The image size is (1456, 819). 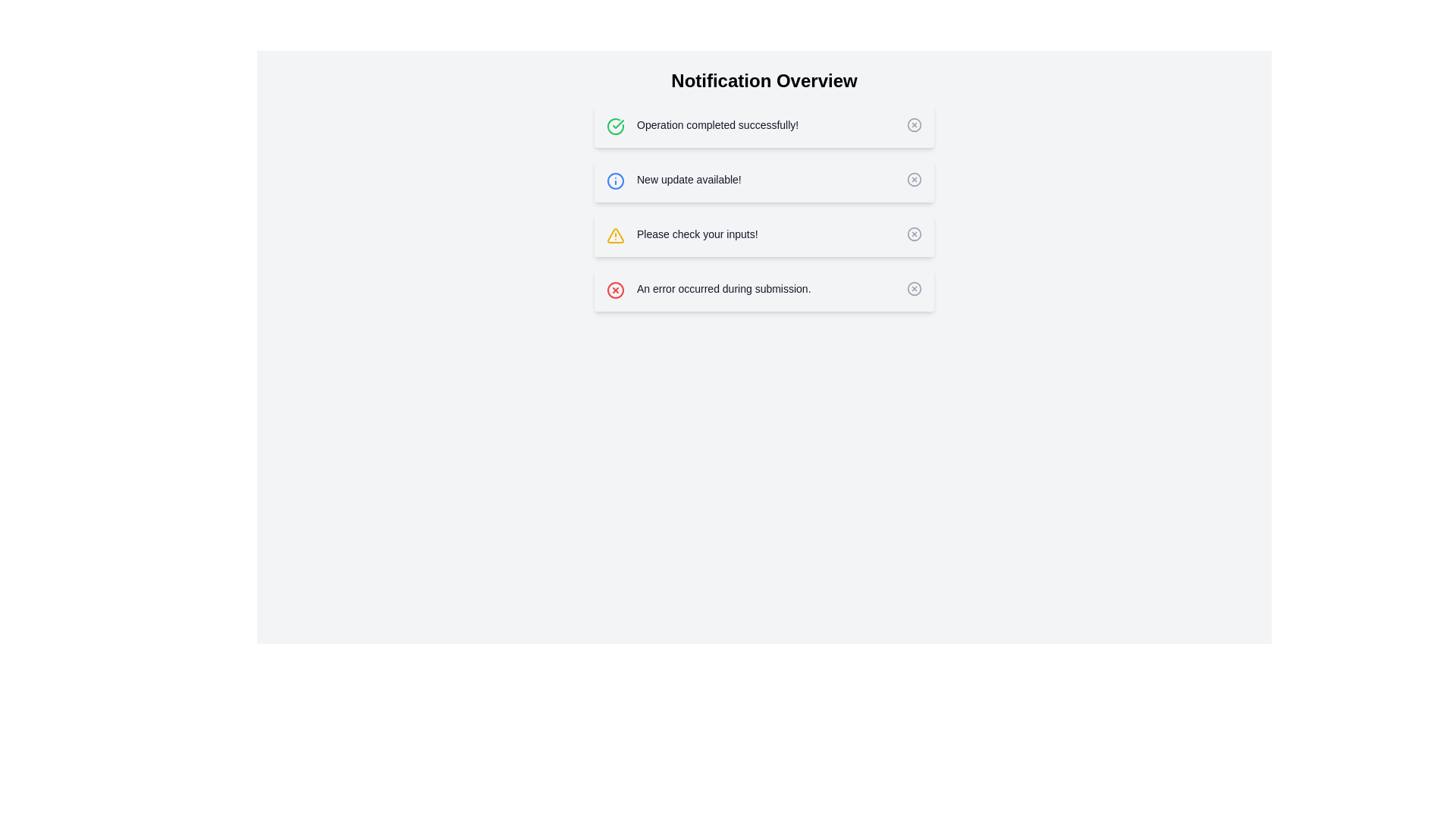 What do you see at coordinates (615, 290) in the screenshot?
I see `the error icon located in the top-left corner of the notification card that states 'An error occurred during submission.' This icon is positioned to the left of the message text` at bounding box center [615, 290].